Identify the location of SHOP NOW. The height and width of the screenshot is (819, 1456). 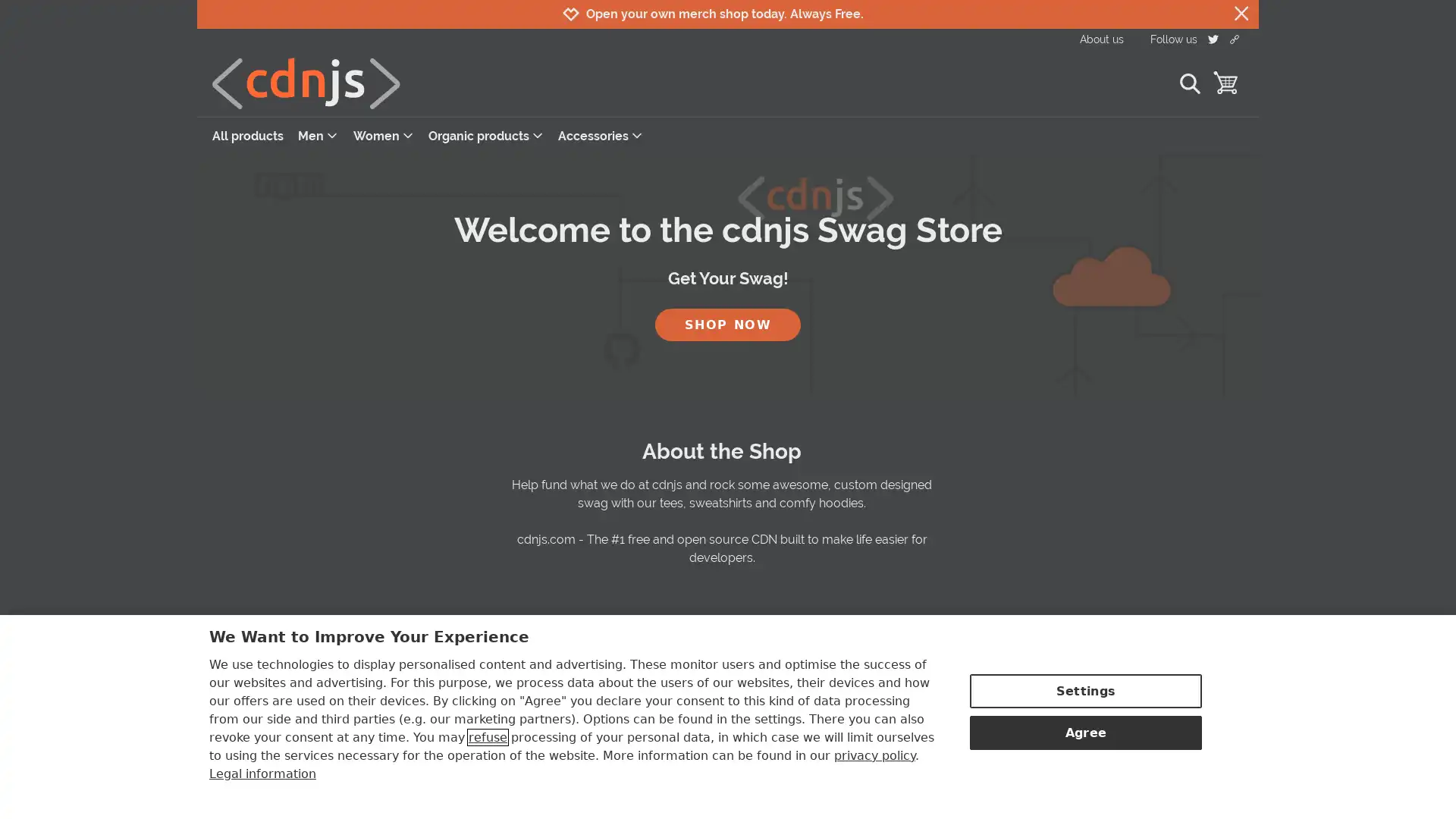
(728, 323).